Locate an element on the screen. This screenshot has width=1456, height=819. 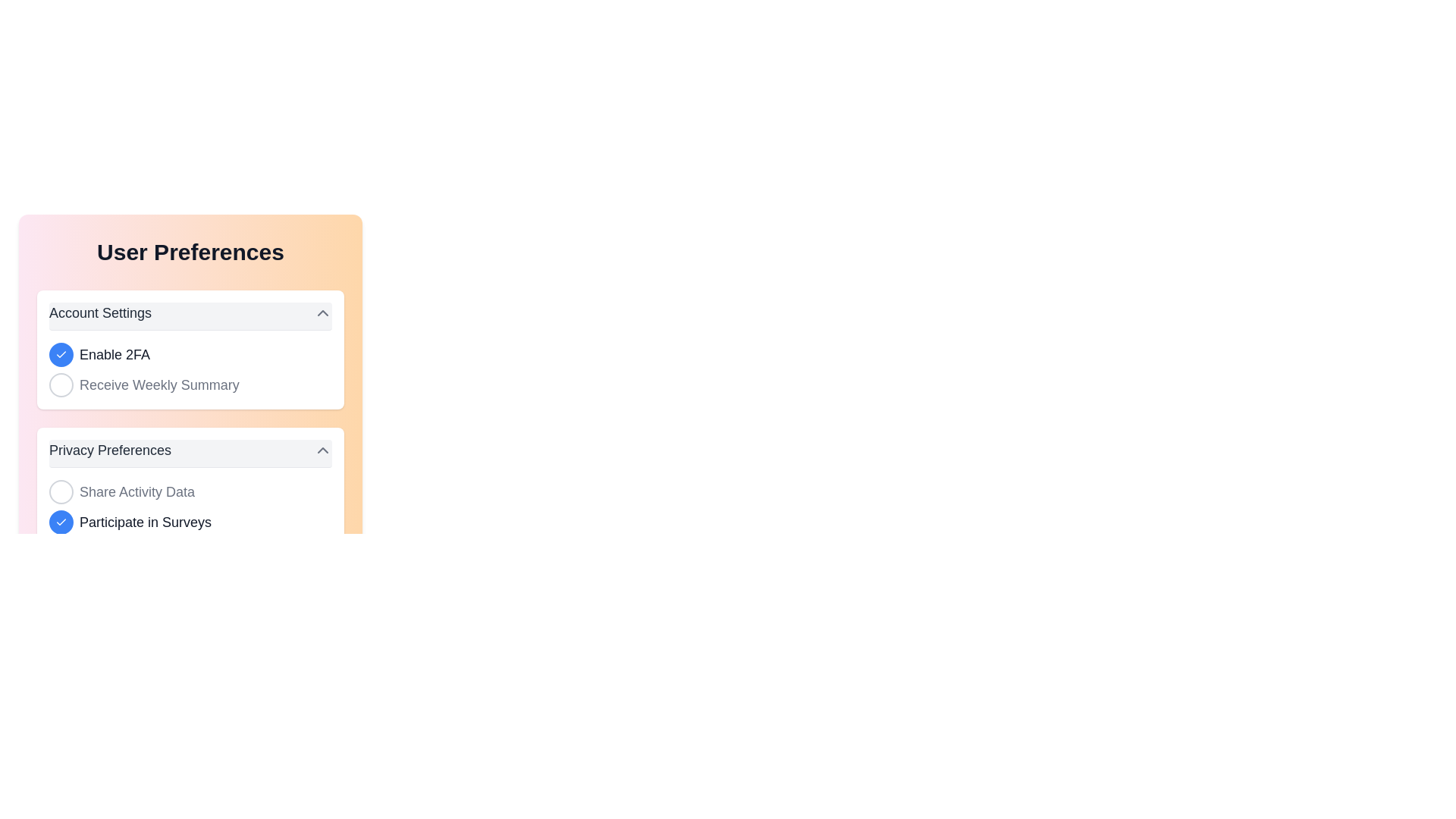
the checked state icon representing the enabled 'Enable 2FA' option in the 'Account Settings' section, located adjacent to the text label is located at coordinates (61, 354).